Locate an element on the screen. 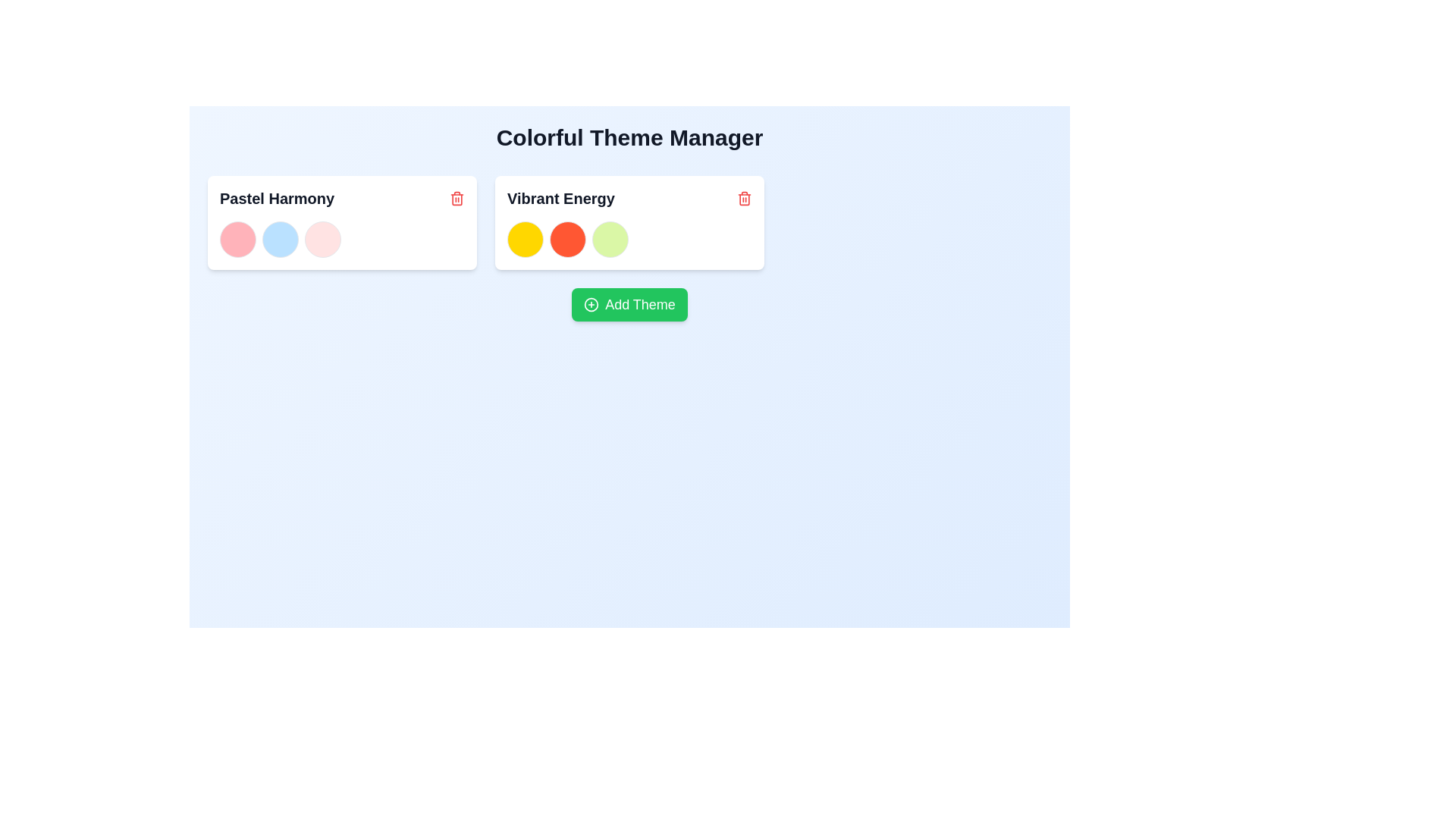 The width and height of the screenshot is (1456, 819). the text label displaying 'Pastel Harmony' located in the top-left section of the first theme card is located at coordinates (341, 198).